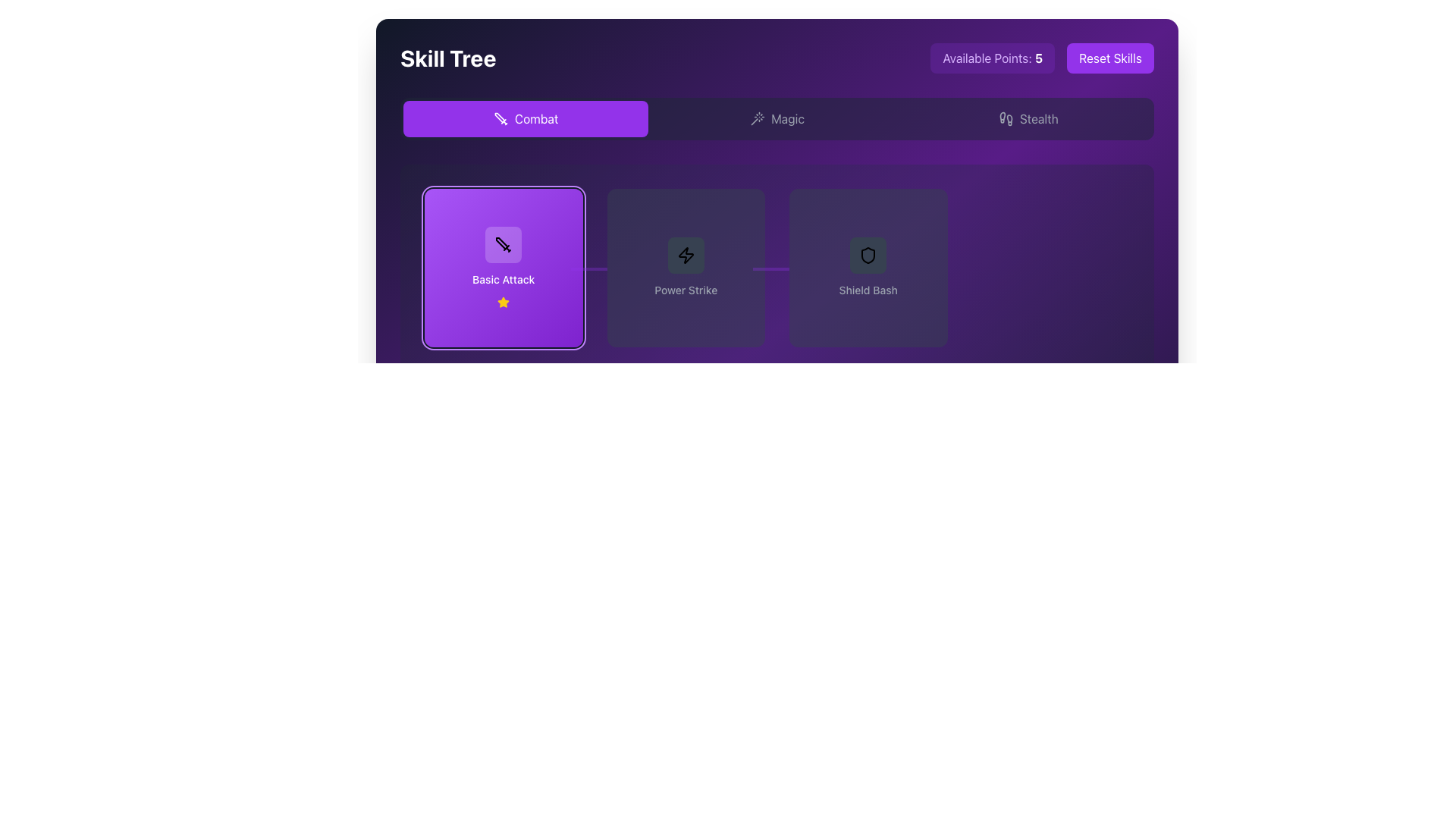 The width and height of the screenshot is (1456, 819). What do you see at coordinates (757, 118) in the screenshot?
I see `the 'Magic' icon located under the 'Skill Tree' title, positioned between the 'Combat' and 'Stealth' elements` at bounding box center [757, 118].